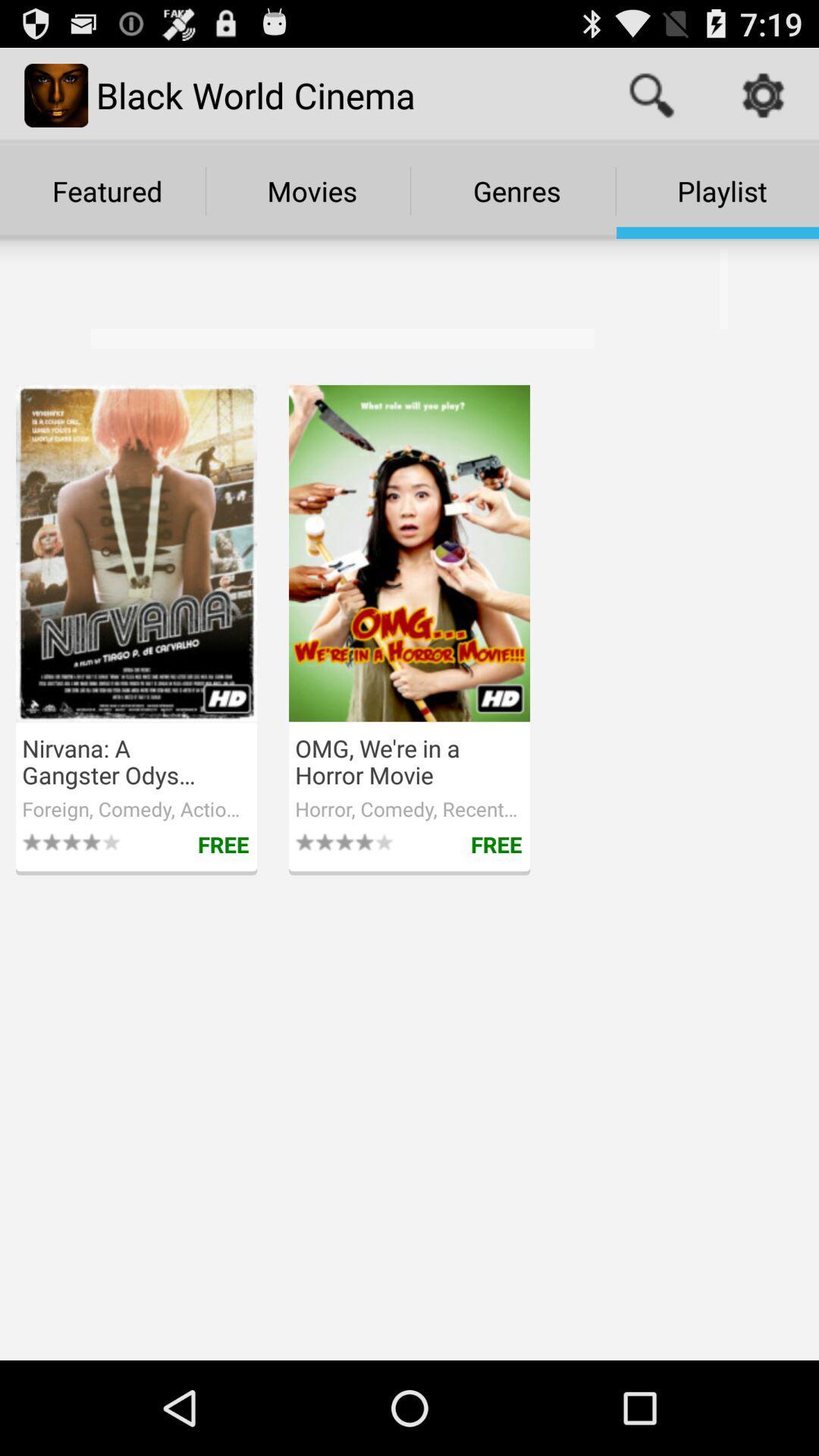  Describe the element at coordinates (651, 94) in the screenshot. I see `the icon next to the black world cinema` at that location.